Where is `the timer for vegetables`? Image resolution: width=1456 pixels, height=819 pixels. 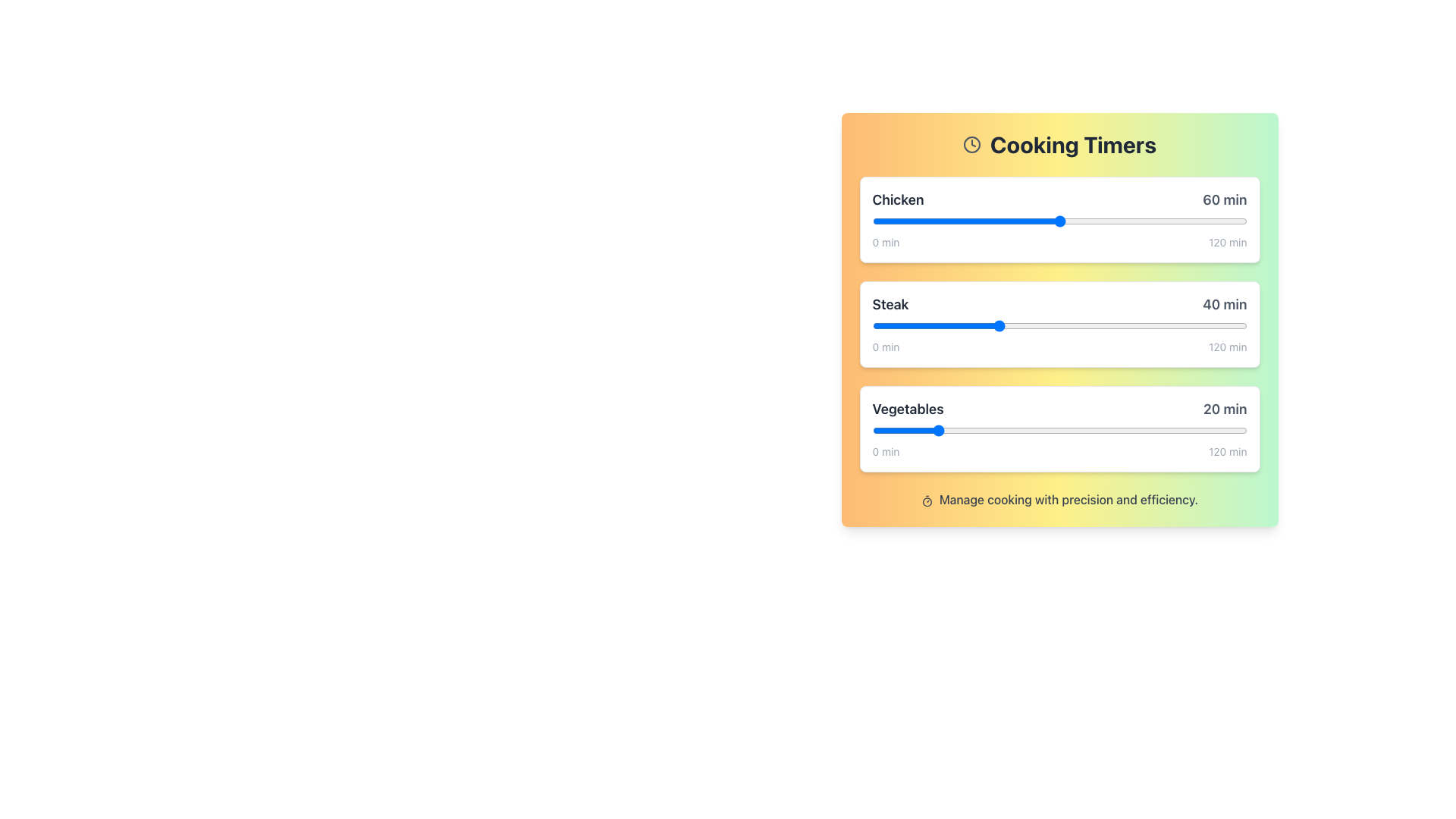 the timer for vegetables is located at coordinates (1131, 430).